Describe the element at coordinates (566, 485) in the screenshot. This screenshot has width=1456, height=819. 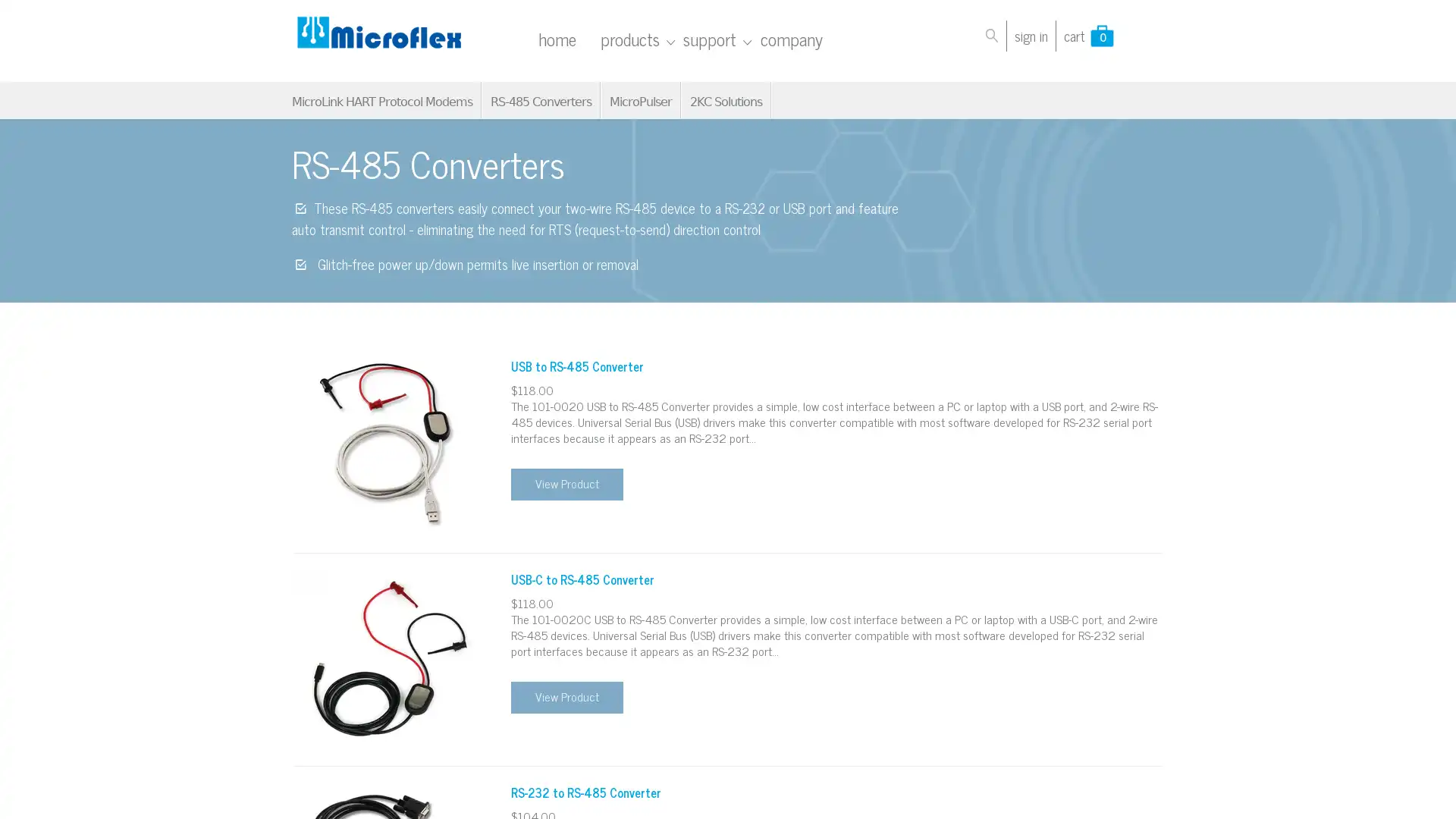
I see `View Product` at that location.